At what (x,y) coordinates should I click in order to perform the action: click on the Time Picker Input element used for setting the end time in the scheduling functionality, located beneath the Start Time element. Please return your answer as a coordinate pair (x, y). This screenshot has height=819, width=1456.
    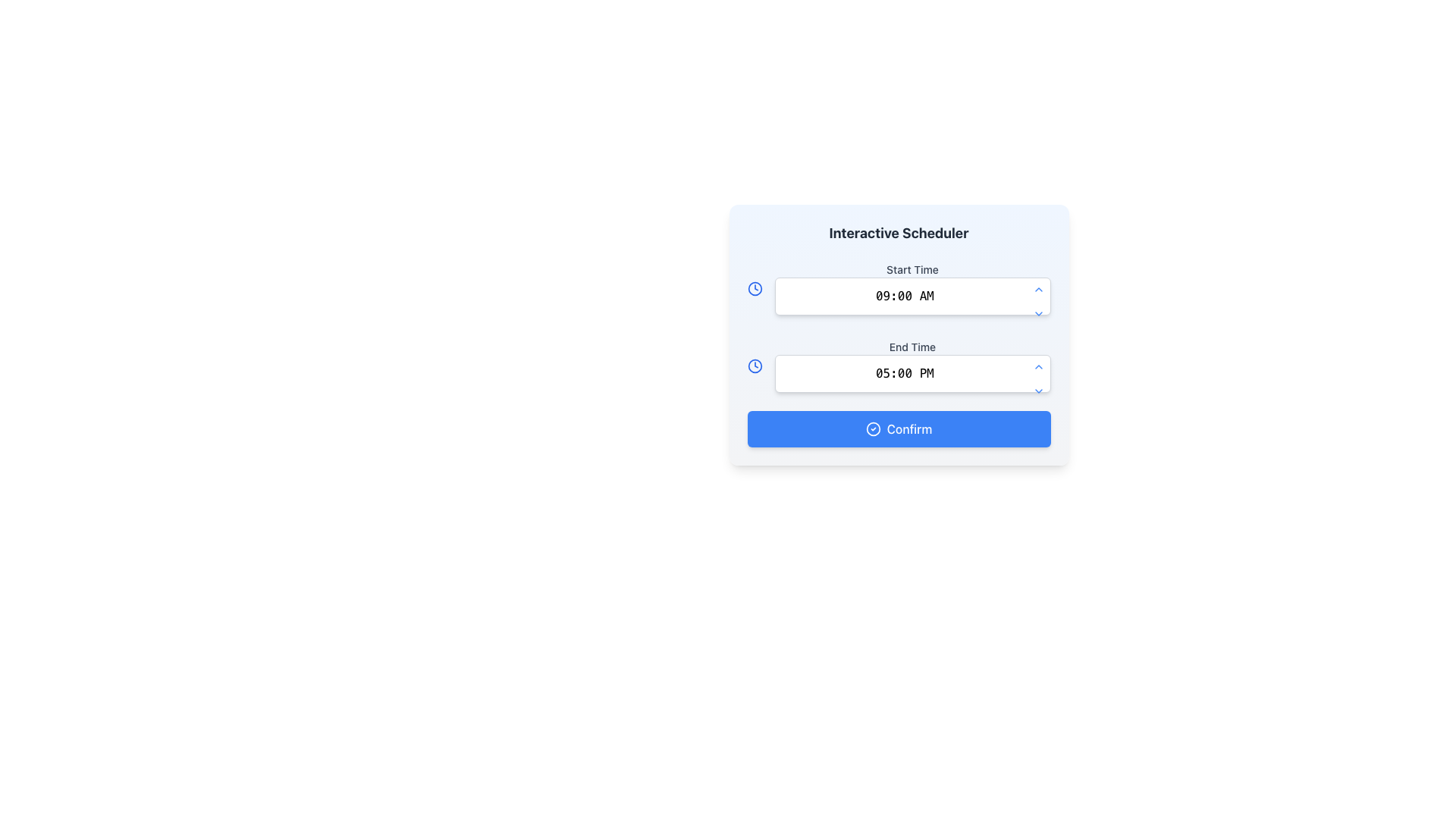
    Looking at the image, I should click on (912, 374).